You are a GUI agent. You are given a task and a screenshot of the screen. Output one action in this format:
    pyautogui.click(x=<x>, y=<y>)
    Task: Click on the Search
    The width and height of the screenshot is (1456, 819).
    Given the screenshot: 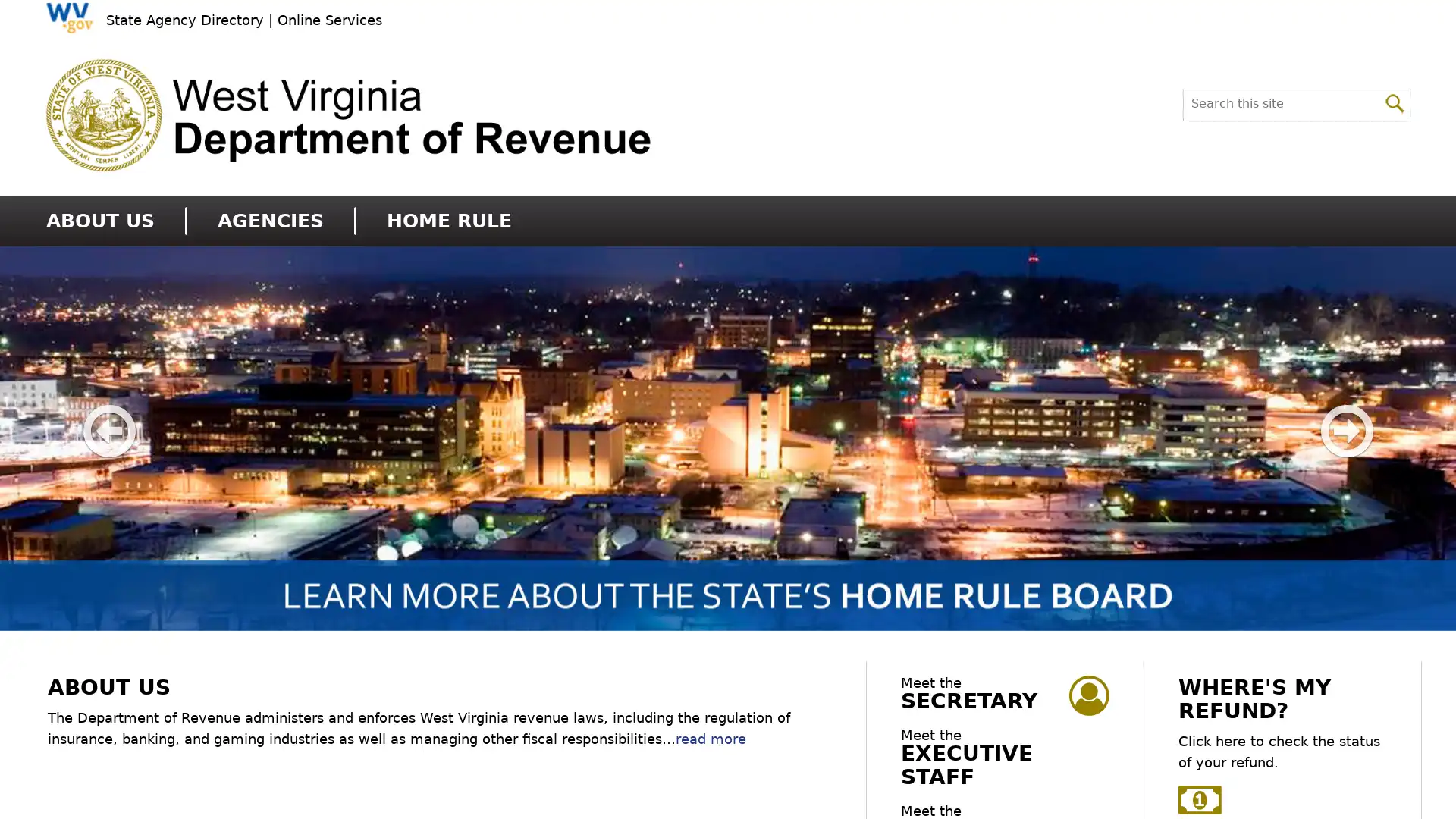 What is the action you would take?
    pyautogui.click(x=1395, y=102)
    